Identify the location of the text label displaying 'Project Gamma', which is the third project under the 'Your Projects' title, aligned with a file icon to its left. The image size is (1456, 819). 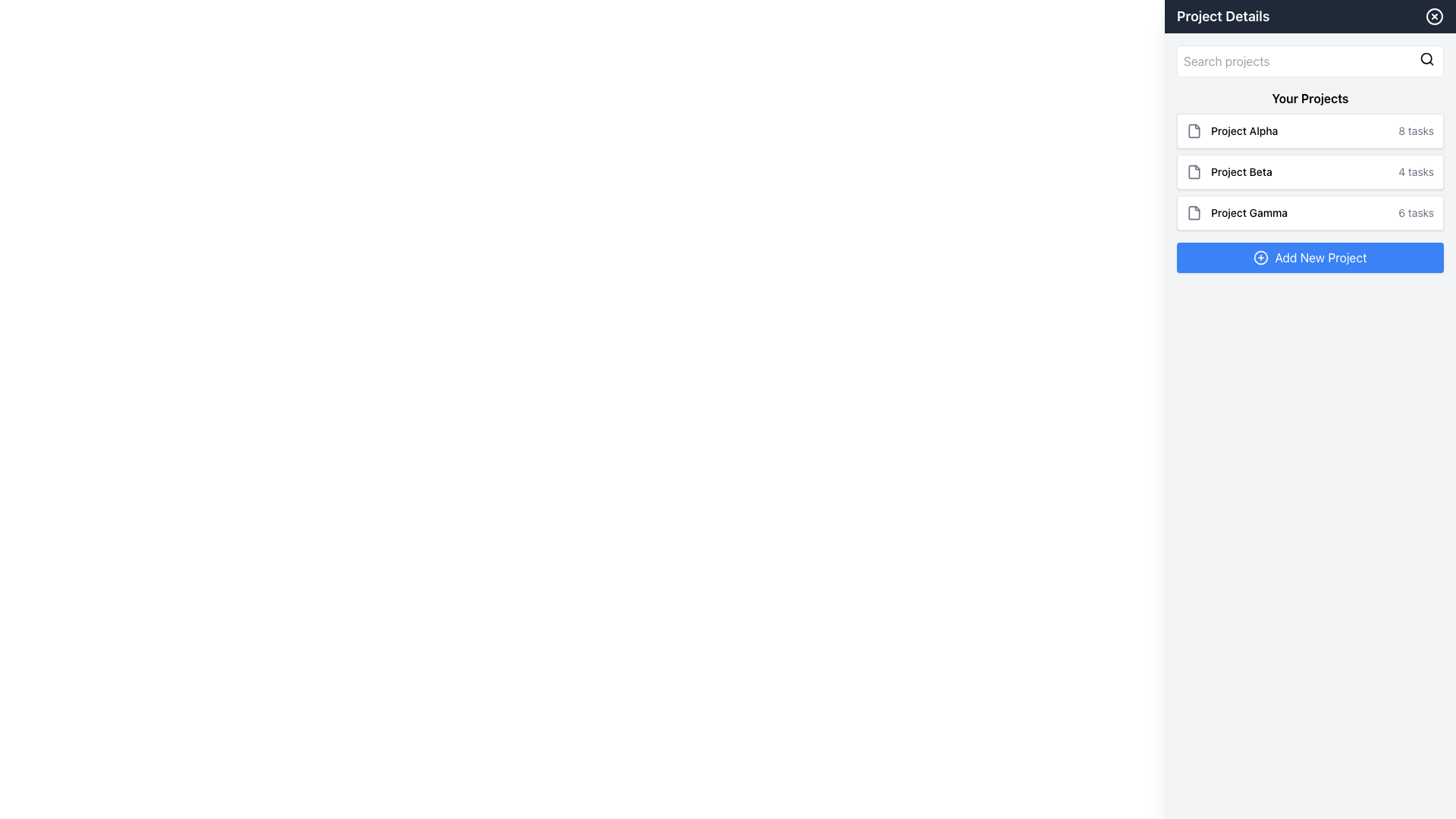
(1249, 213).